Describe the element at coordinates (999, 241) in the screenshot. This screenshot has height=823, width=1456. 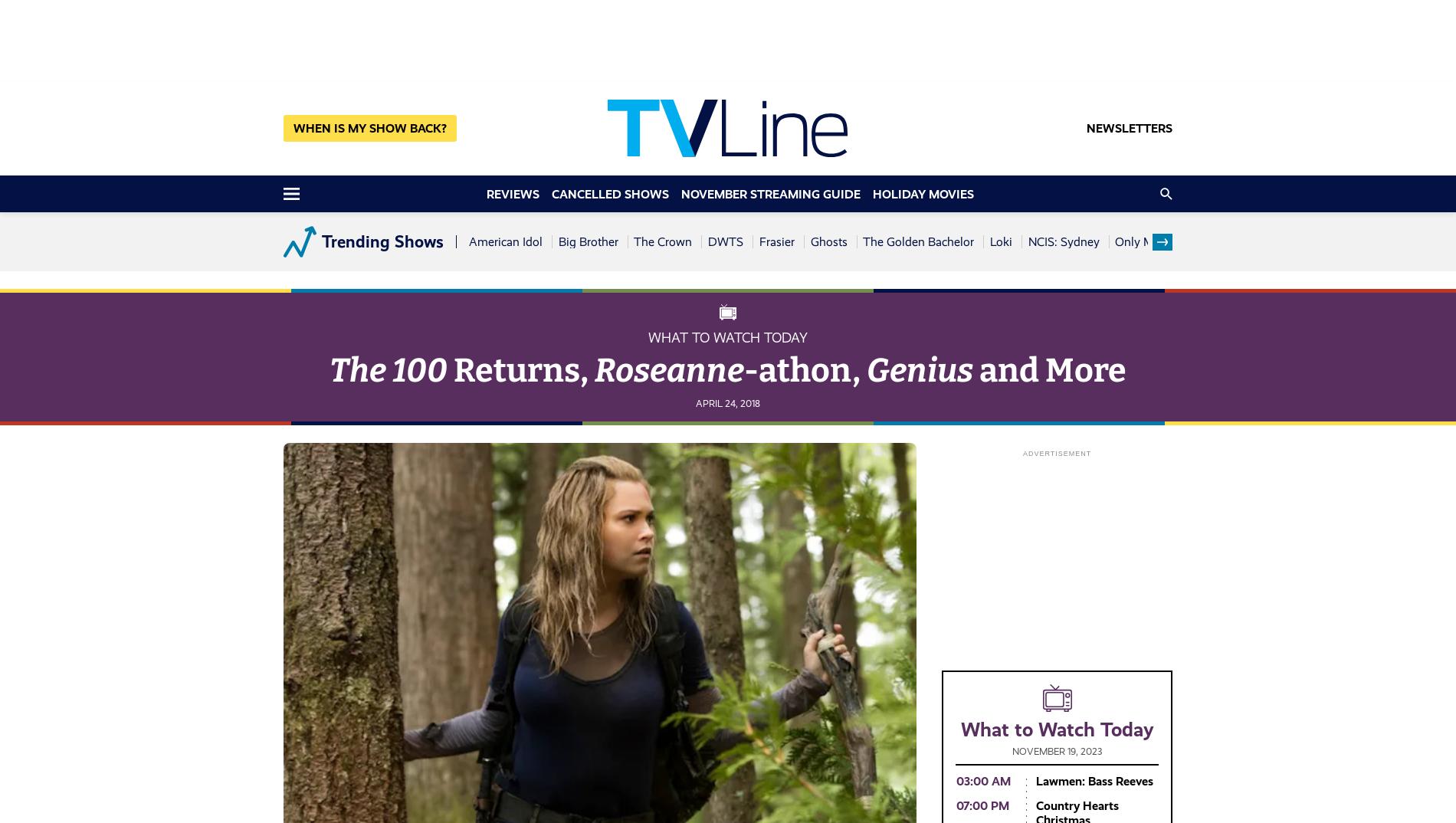
I see `'Loki'` at that location.